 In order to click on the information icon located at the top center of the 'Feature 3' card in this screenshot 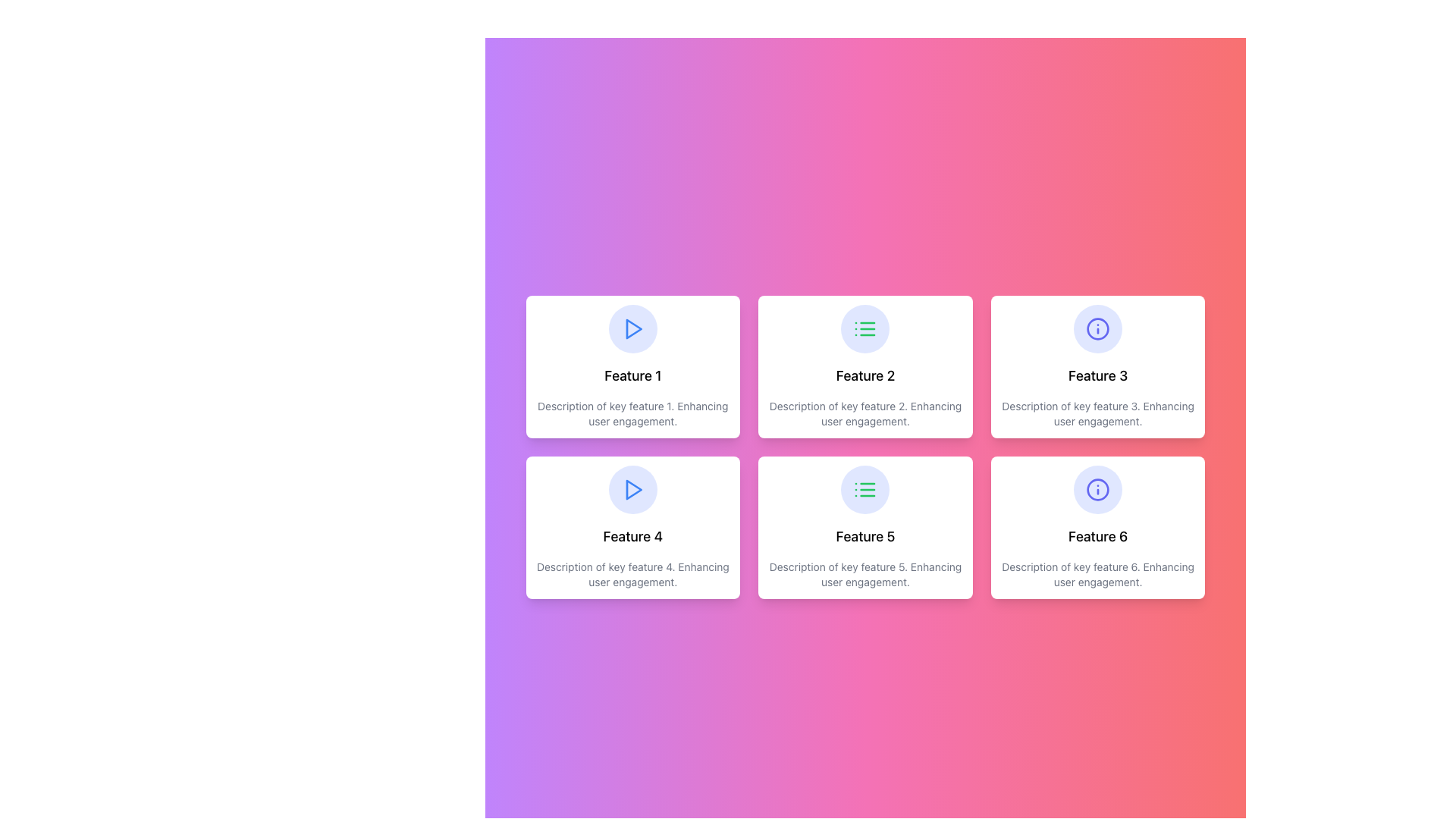, I will do `click(1098, 328)`.